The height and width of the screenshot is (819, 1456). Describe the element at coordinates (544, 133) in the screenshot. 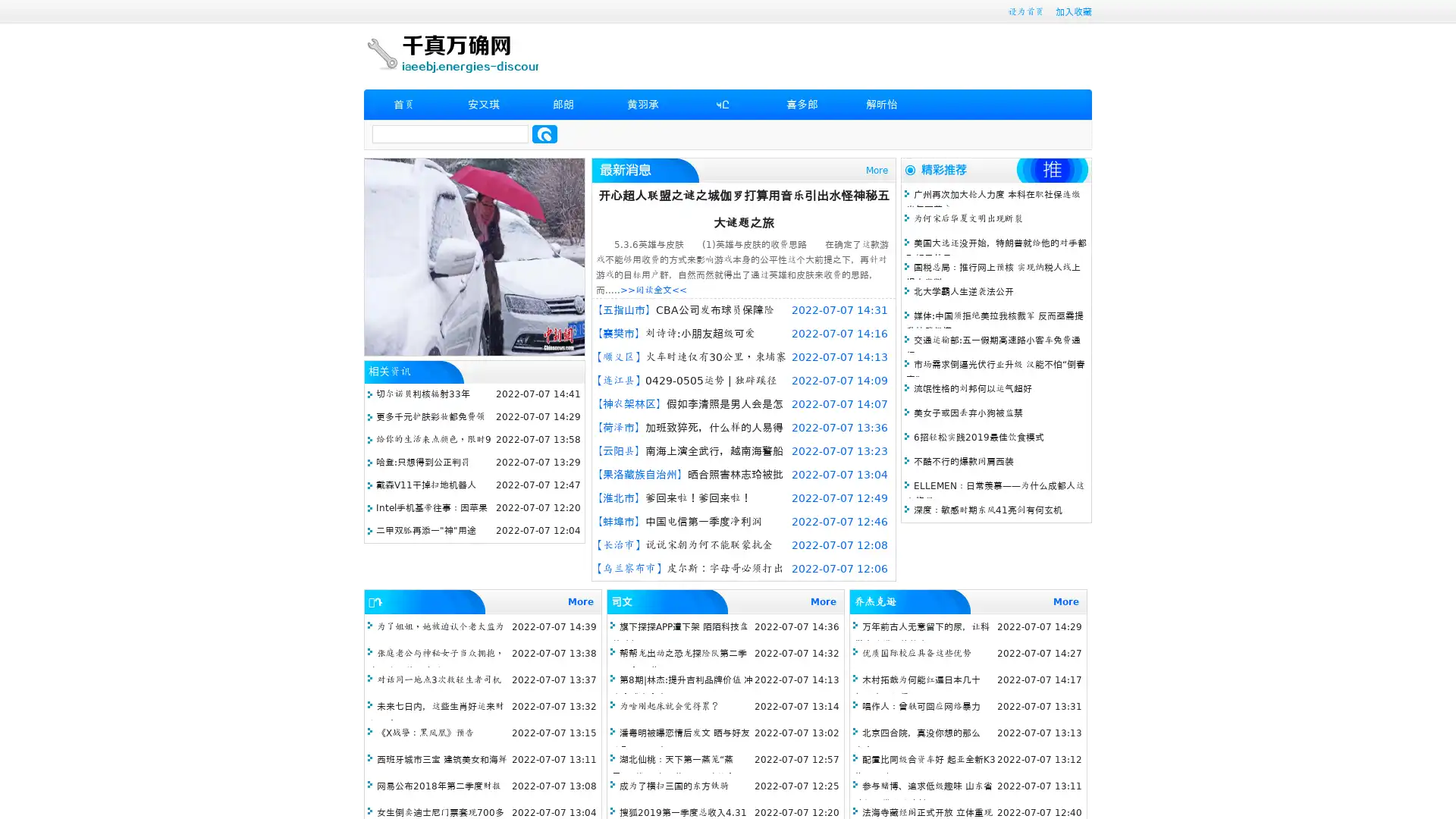

I see `Search` at that location.